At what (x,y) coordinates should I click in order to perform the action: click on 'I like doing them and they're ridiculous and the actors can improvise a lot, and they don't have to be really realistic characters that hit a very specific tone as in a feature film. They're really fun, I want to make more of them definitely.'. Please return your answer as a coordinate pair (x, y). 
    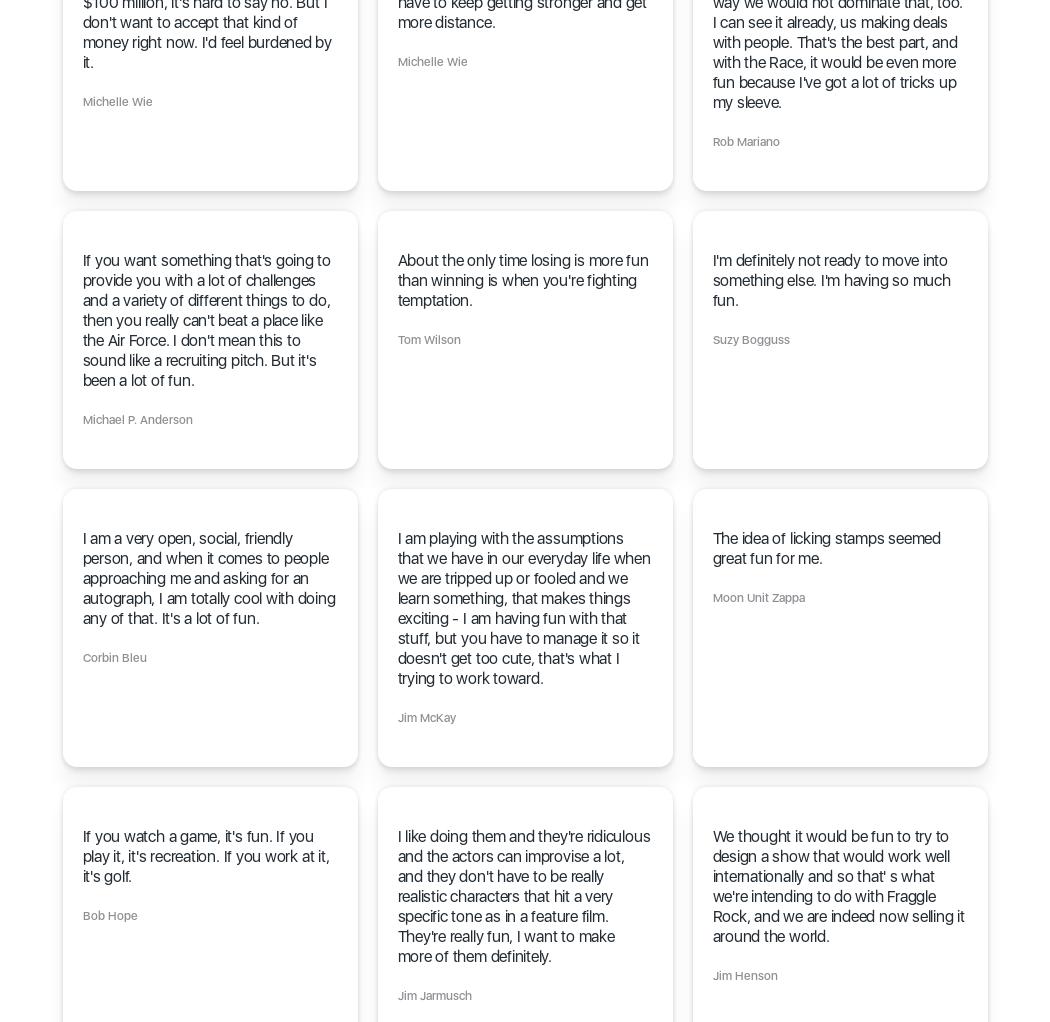
    Looking at the image, I should click on (522, 895).